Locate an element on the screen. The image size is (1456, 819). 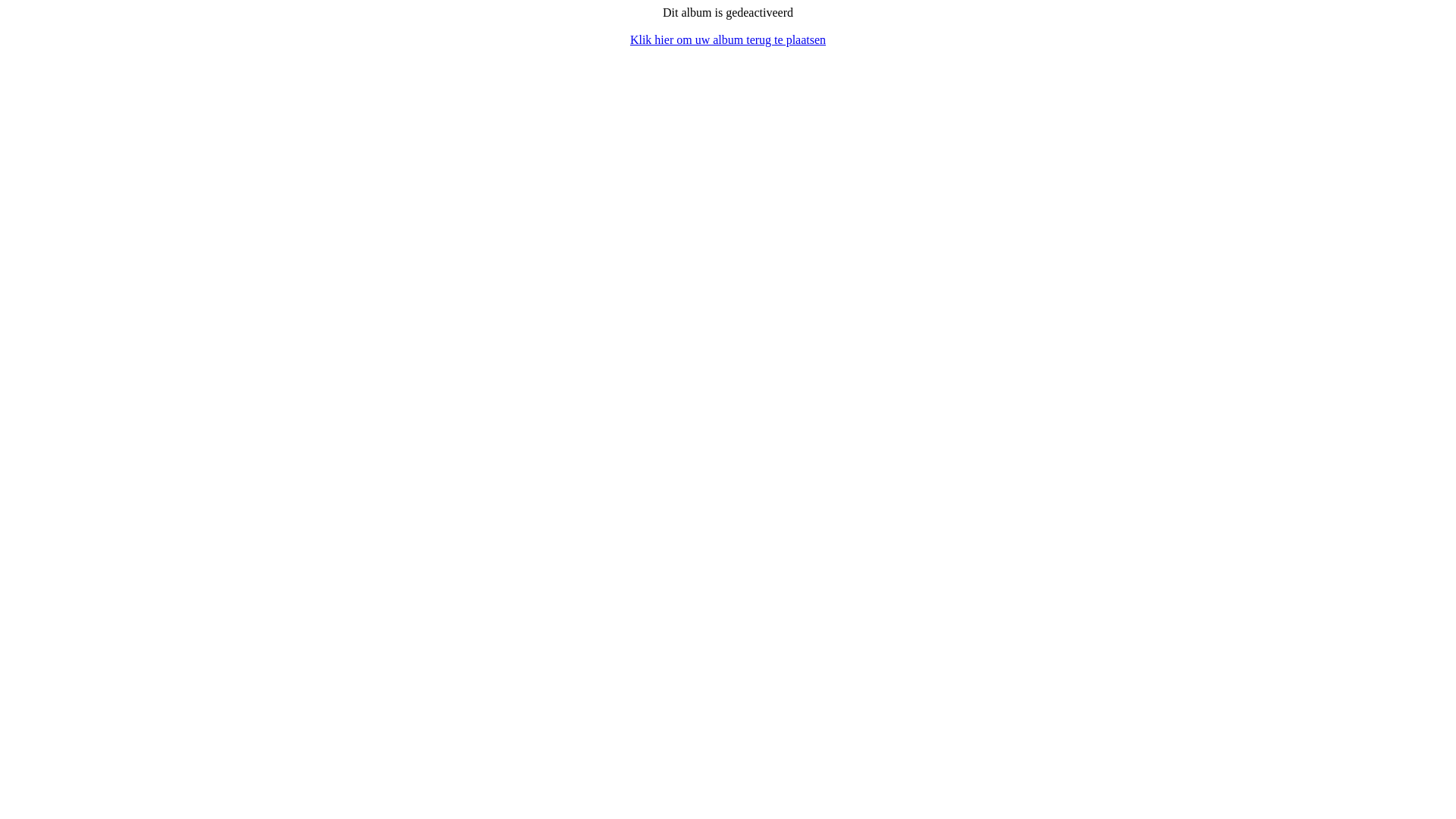
'Klik hier om uw album terug te plaatsen' is located at coordinates (629, 39).